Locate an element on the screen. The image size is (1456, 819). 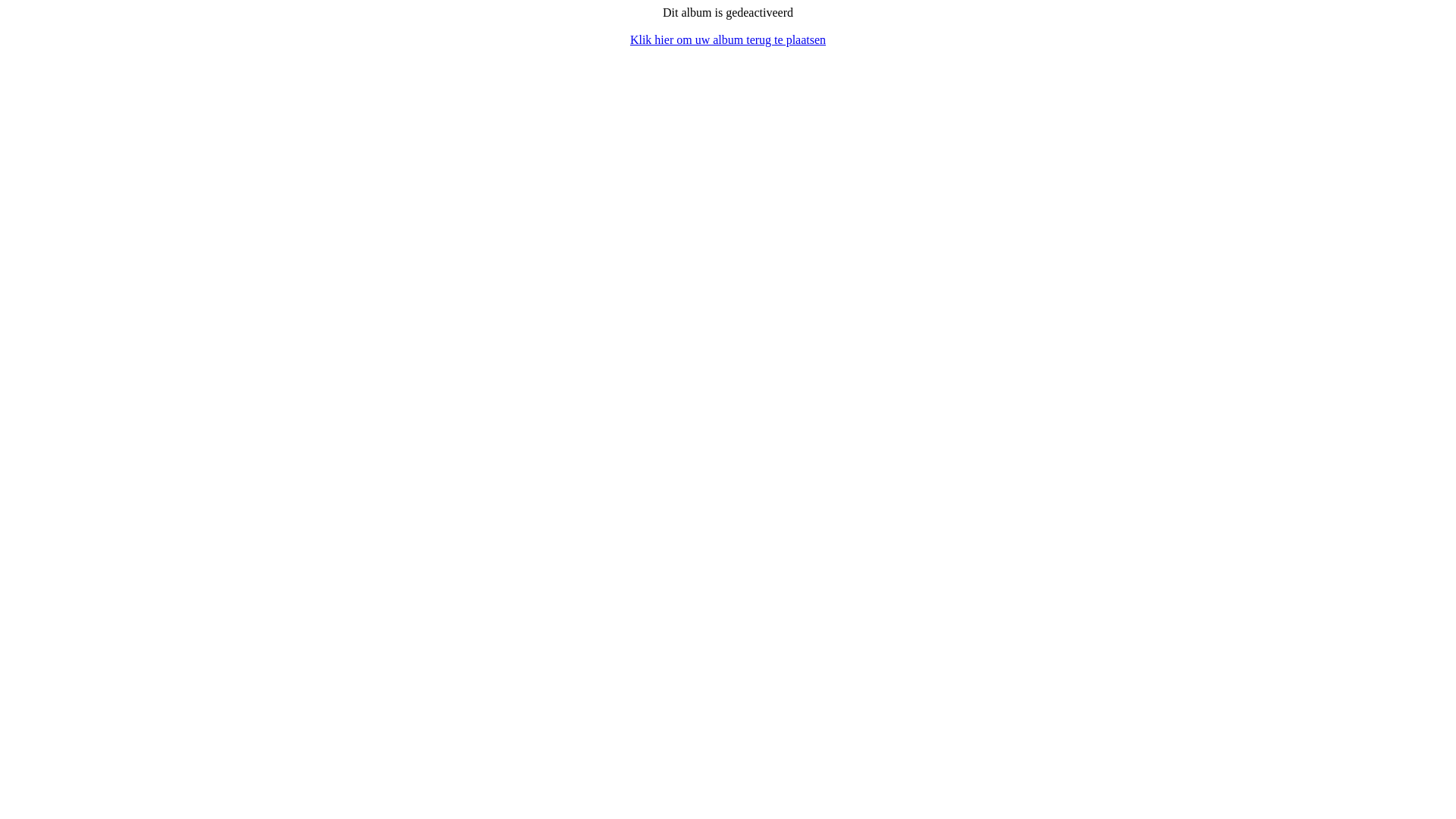
'Klik hier om uw album terug te plaatsen' is located at coordinates (629, 39).